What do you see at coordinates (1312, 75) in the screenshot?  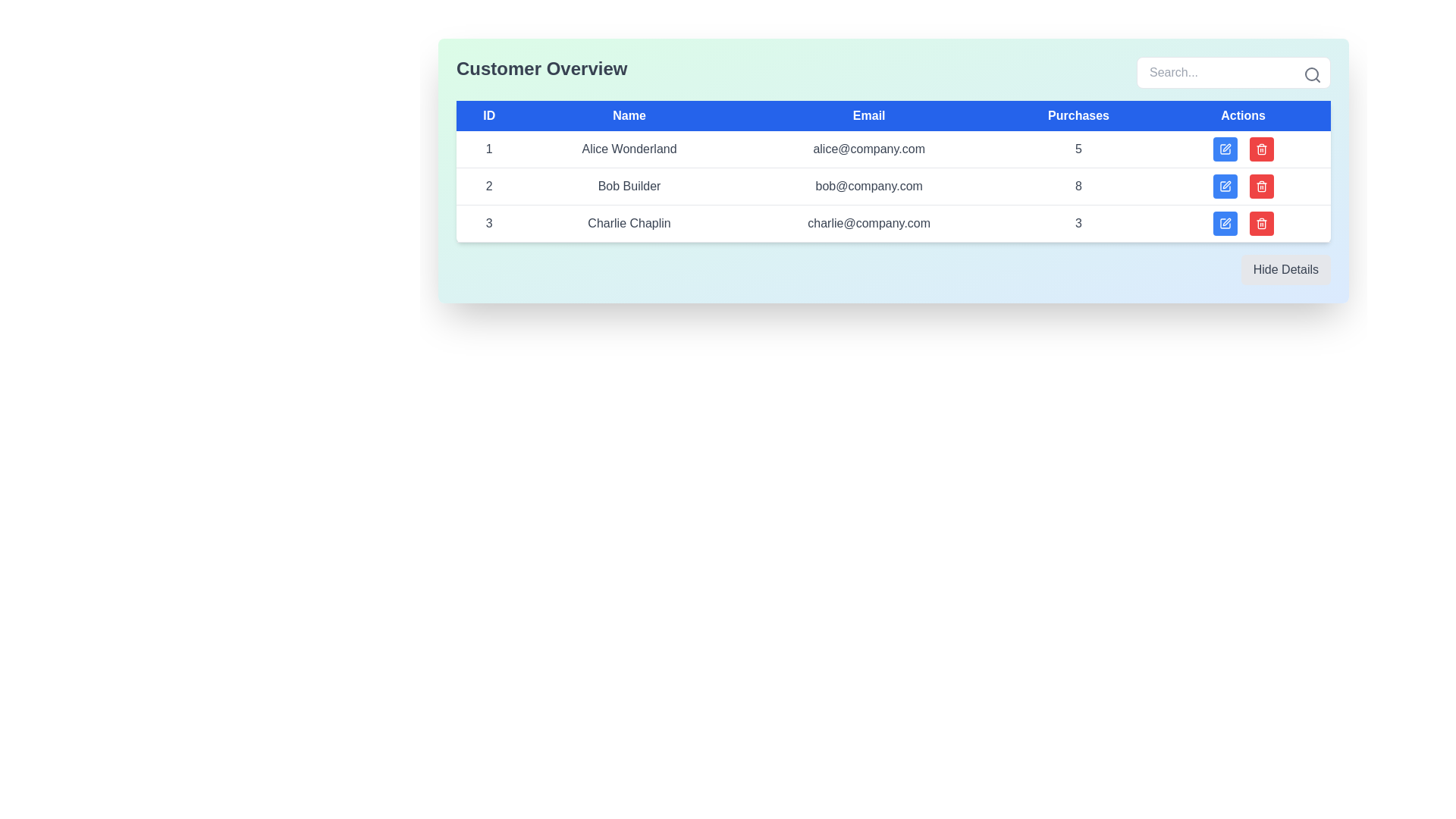 I see `the search icon resembling a magnifying glass located towards the top-right corner of the search input box with placeholder text 'Search...'` at bounding box center [1312, 75].